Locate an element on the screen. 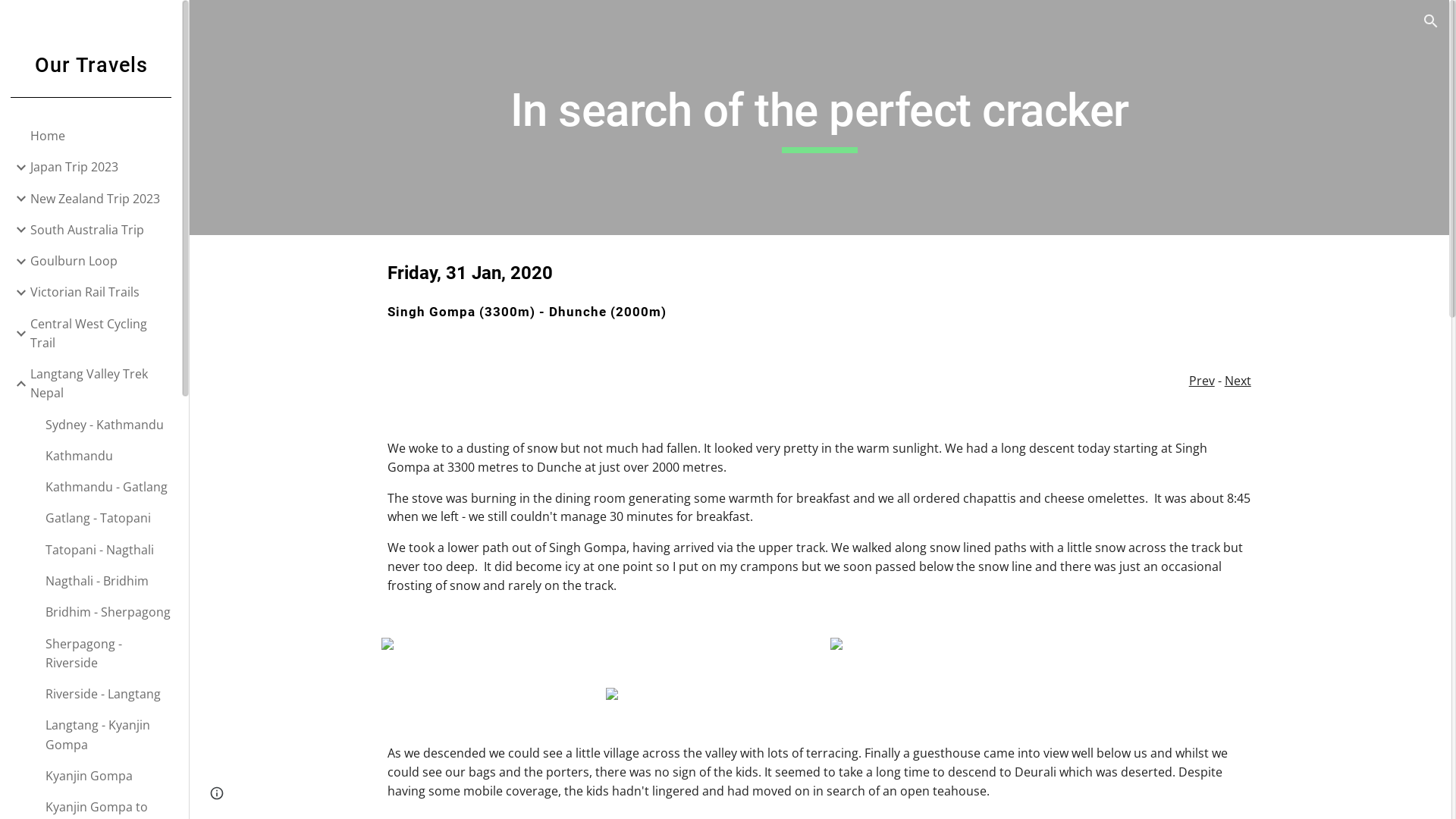 The width and height of the screenshot is (1456, 819). 'Sherpagong - Riverside' is located at coordinates (107, 653).